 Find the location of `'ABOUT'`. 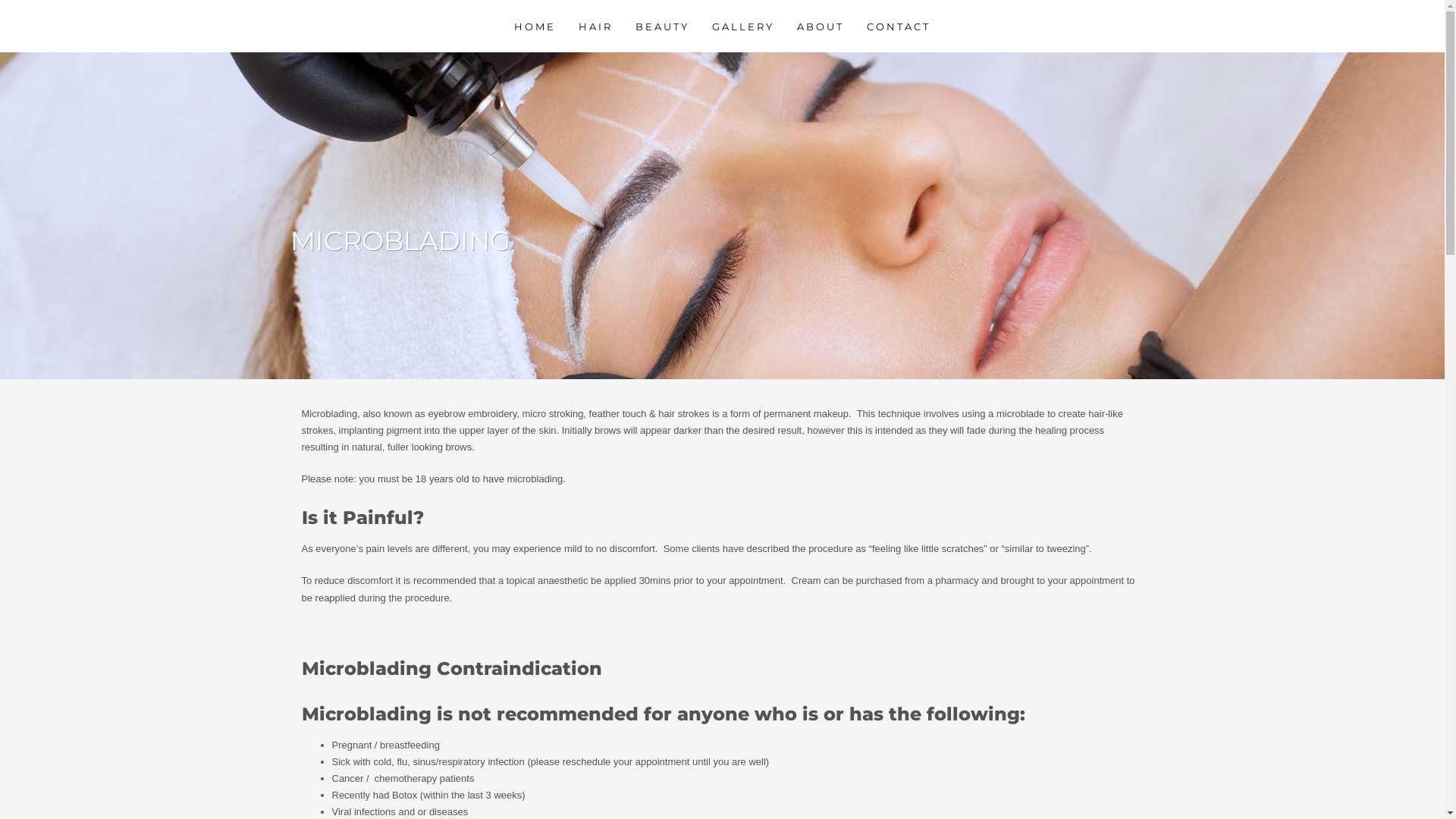

'ABOUT' is located at coordinates (787, 26).